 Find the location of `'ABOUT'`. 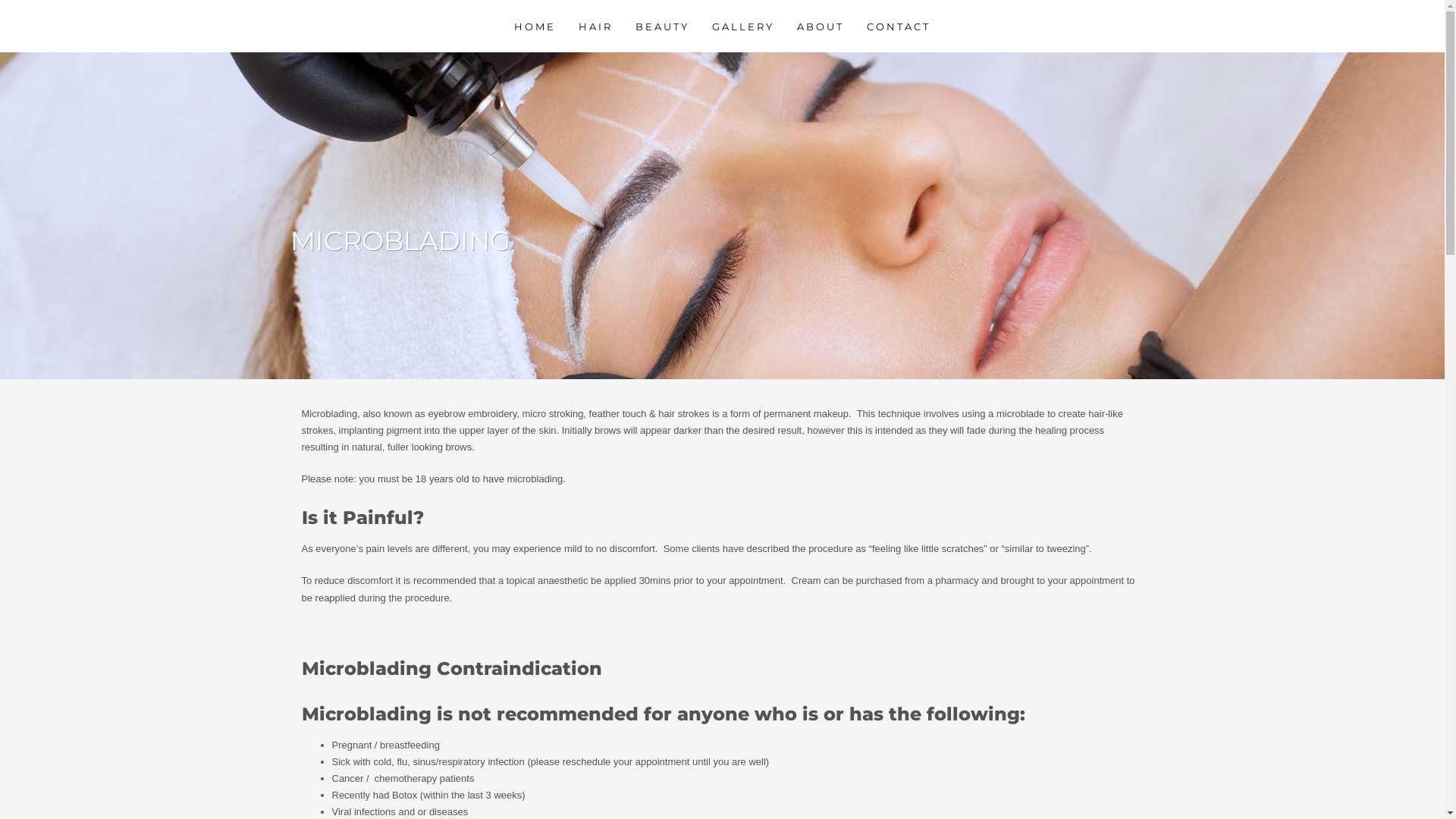

'ABOUT' is located at coordinates (787, 26).